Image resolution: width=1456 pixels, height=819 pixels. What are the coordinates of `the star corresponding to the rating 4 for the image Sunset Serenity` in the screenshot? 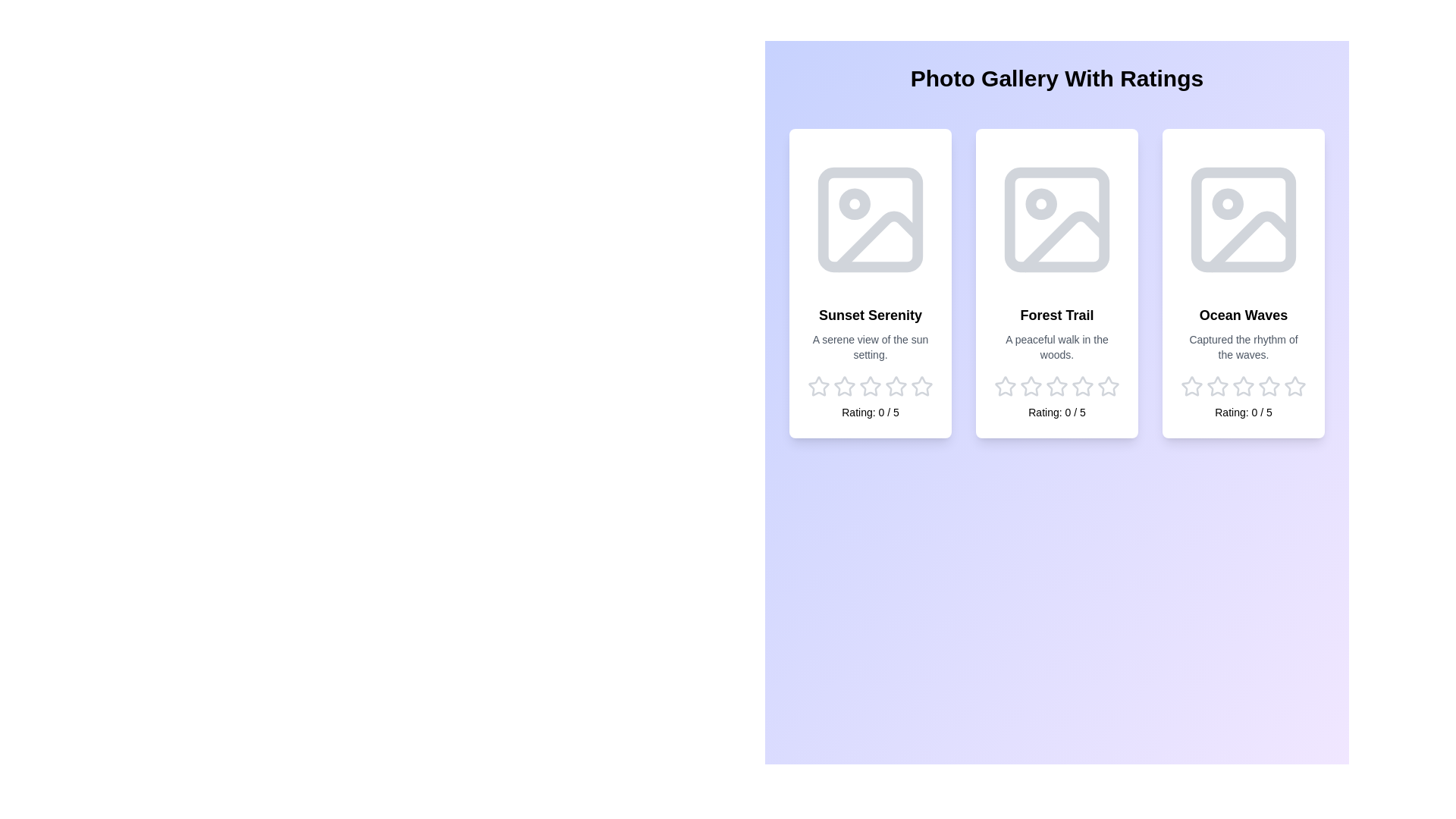 It's located at (896, 385).